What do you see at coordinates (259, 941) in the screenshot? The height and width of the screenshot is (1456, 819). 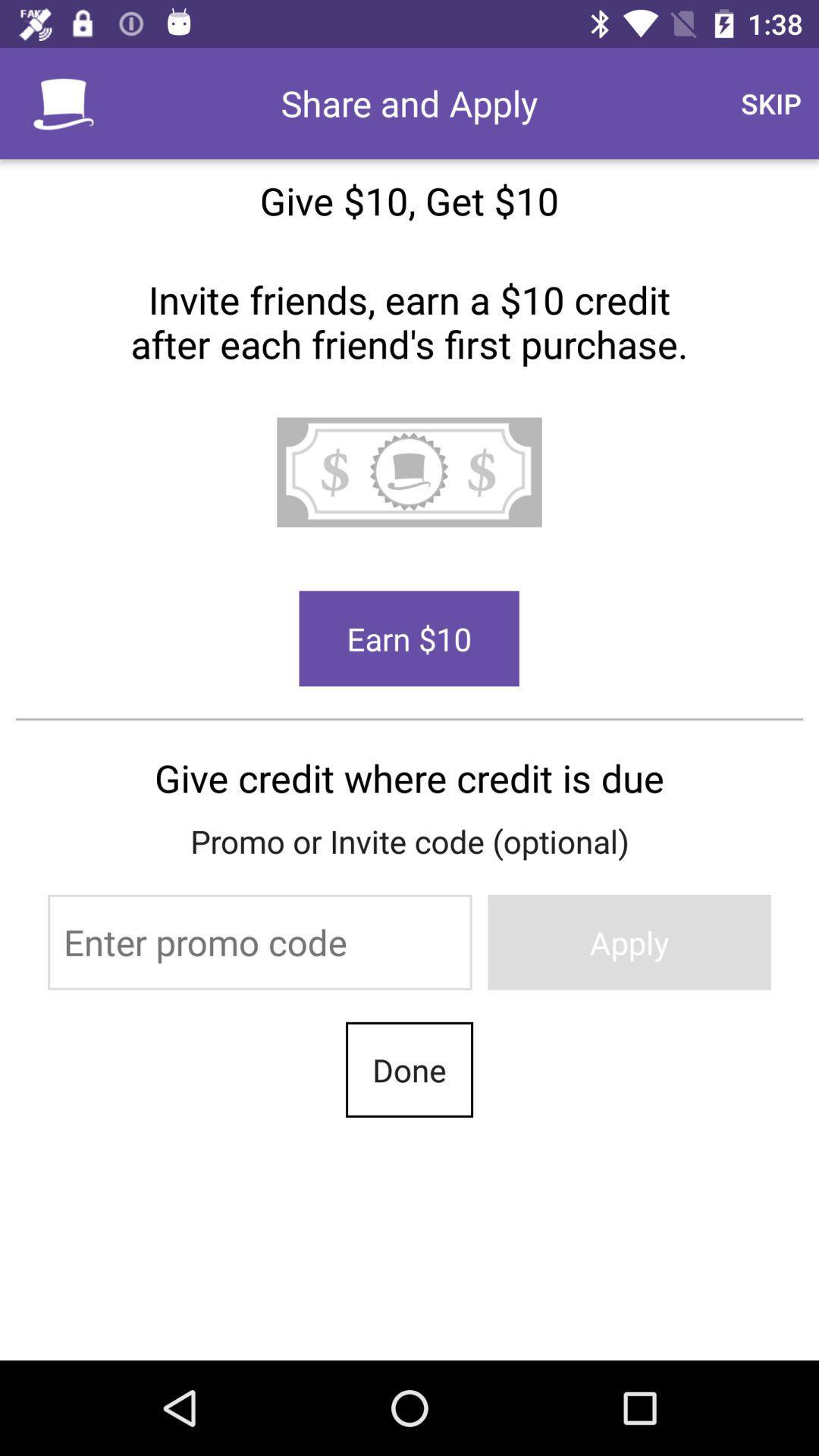 I see `icon above the done` at bounding box center [259, 941].